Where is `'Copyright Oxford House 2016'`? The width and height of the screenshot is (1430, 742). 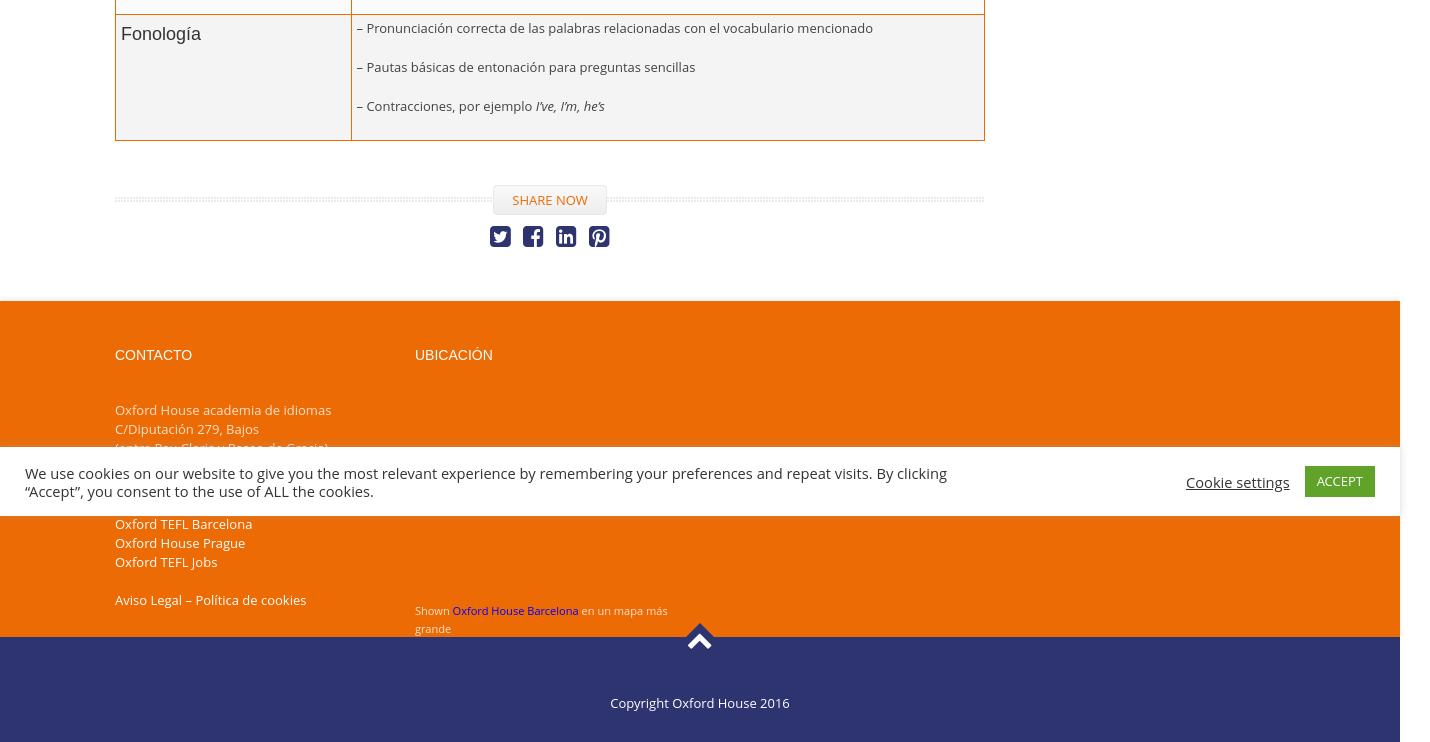 'Copyright Oxford House 2016' is located at coordinates (610, 701).